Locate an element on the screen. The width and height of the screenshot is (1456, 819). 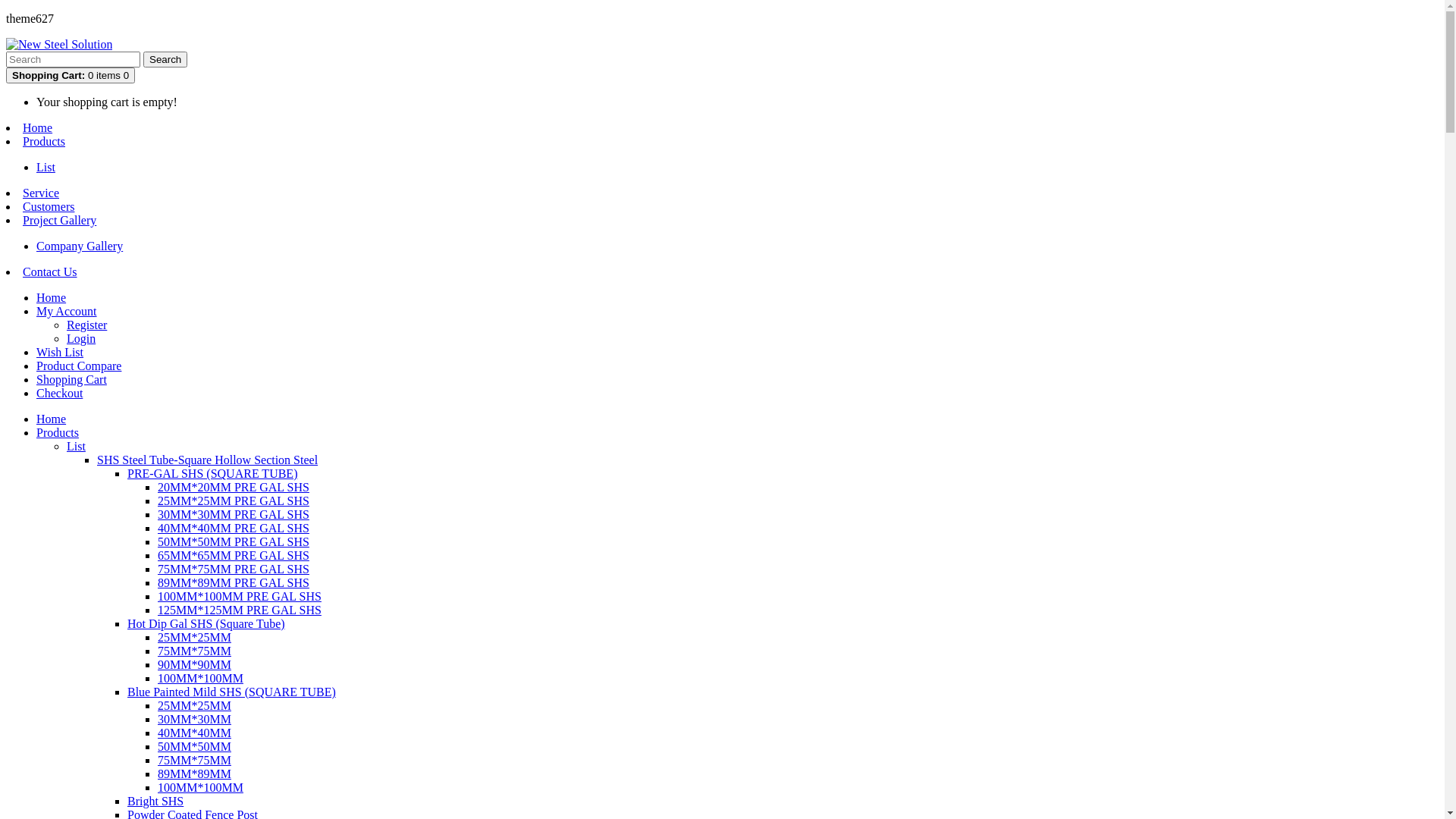
'List' is located at coordinates (65, 445).